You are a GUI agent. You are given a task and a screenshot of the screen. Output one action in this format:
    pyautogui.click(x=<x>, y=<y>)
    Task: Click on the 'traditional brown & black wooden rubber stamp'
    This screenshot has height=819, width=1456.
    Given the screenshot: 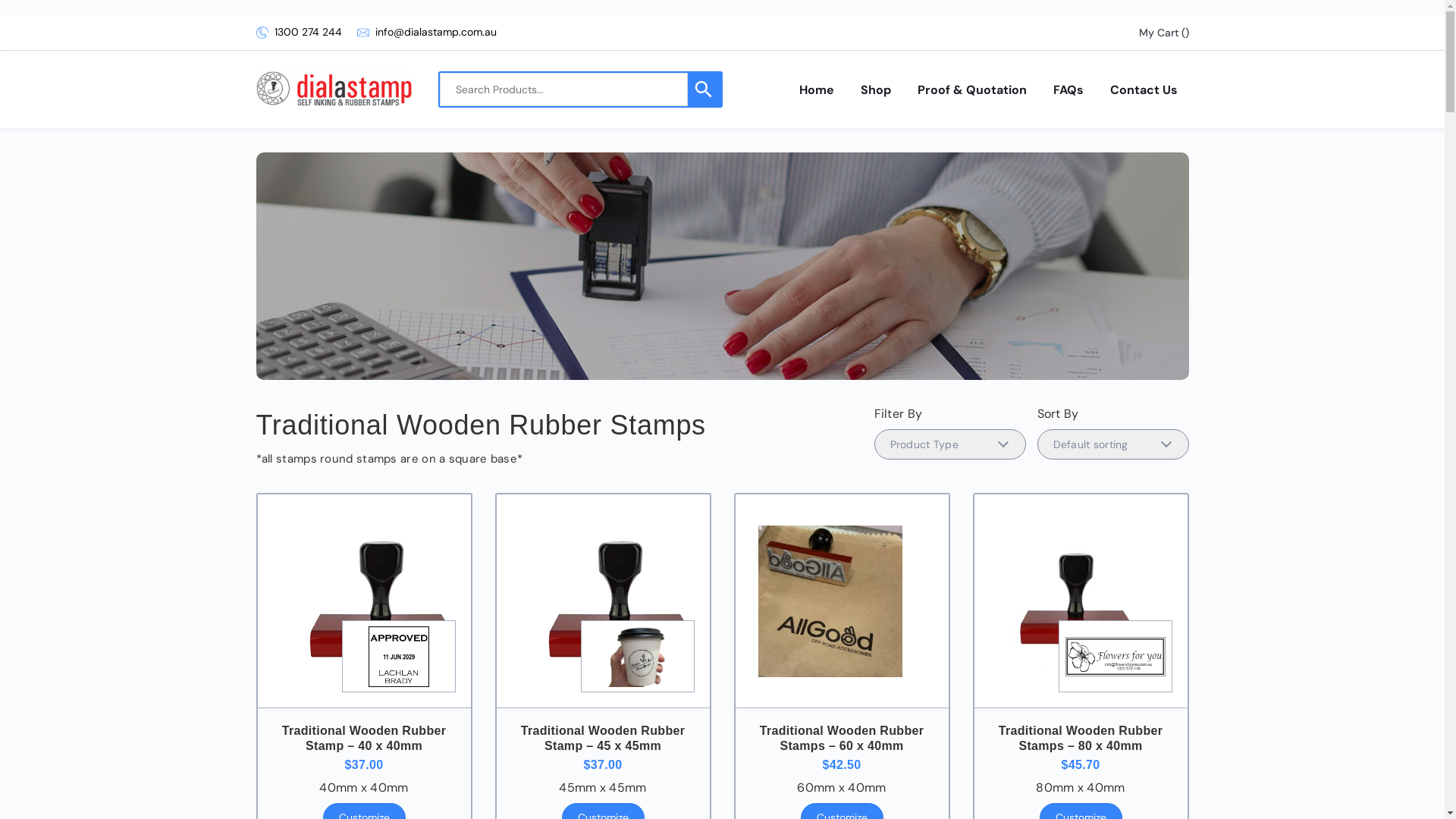 What is the action you would take?
    pyautogui.click(x=378, y=601)
    